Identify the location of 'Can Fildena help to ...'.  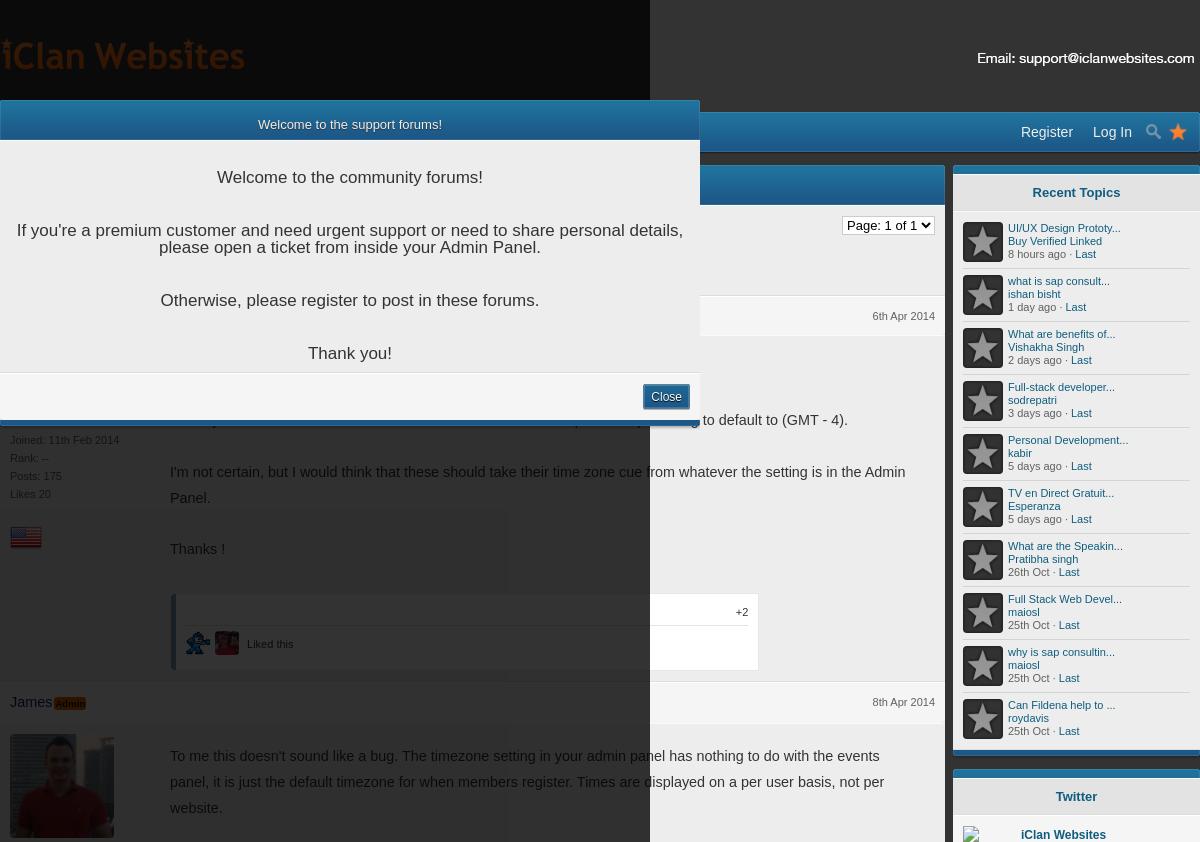
(1060, 705).